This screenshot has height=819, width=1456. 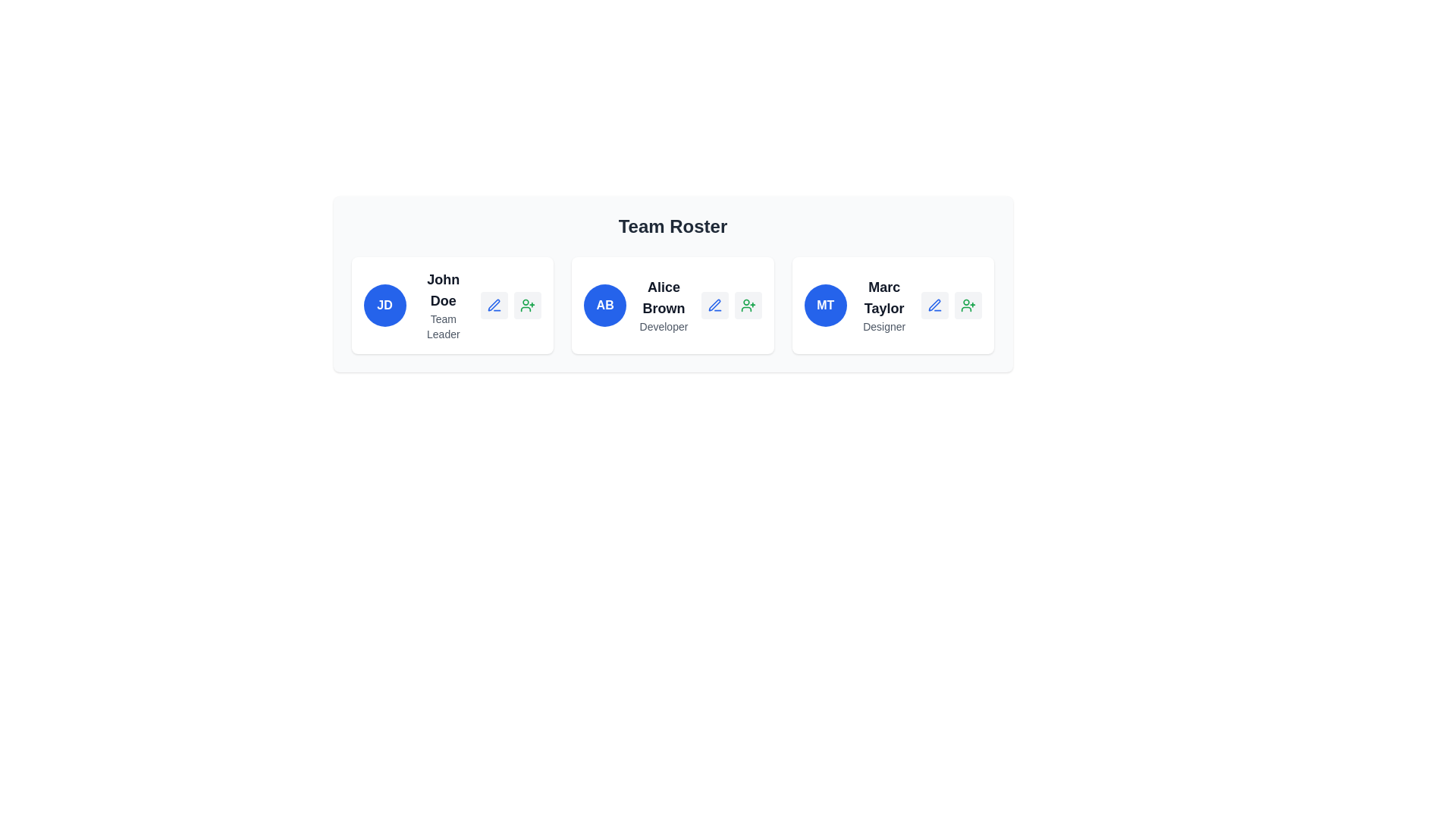 What do you see at coordinates (748, 305) in the screenshot?
I see `the outlined icon of a person with a small '+' sign located within the card for 'Alice Brown'` at bounding box center [748, 305].